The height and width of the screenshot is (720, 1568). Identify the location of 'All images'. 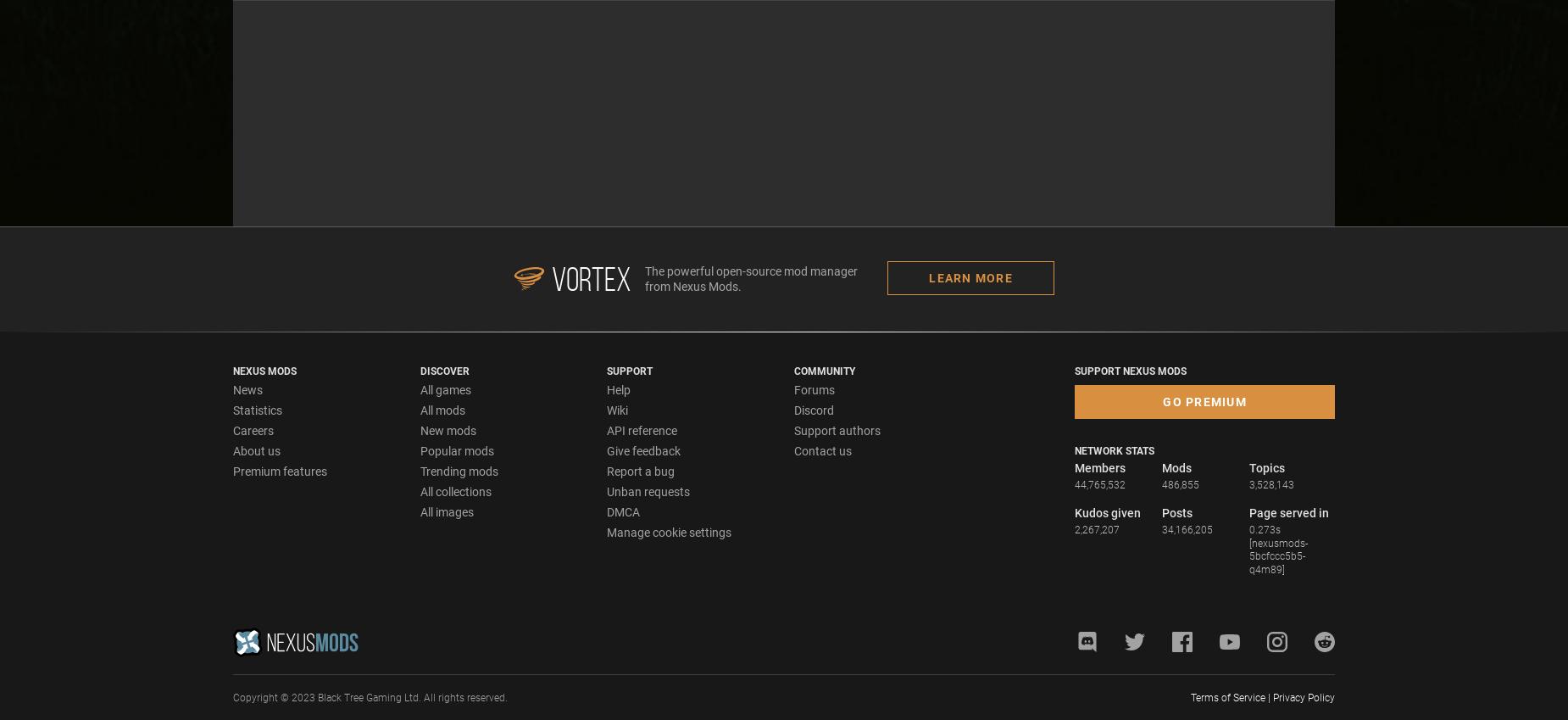
(446, 510).